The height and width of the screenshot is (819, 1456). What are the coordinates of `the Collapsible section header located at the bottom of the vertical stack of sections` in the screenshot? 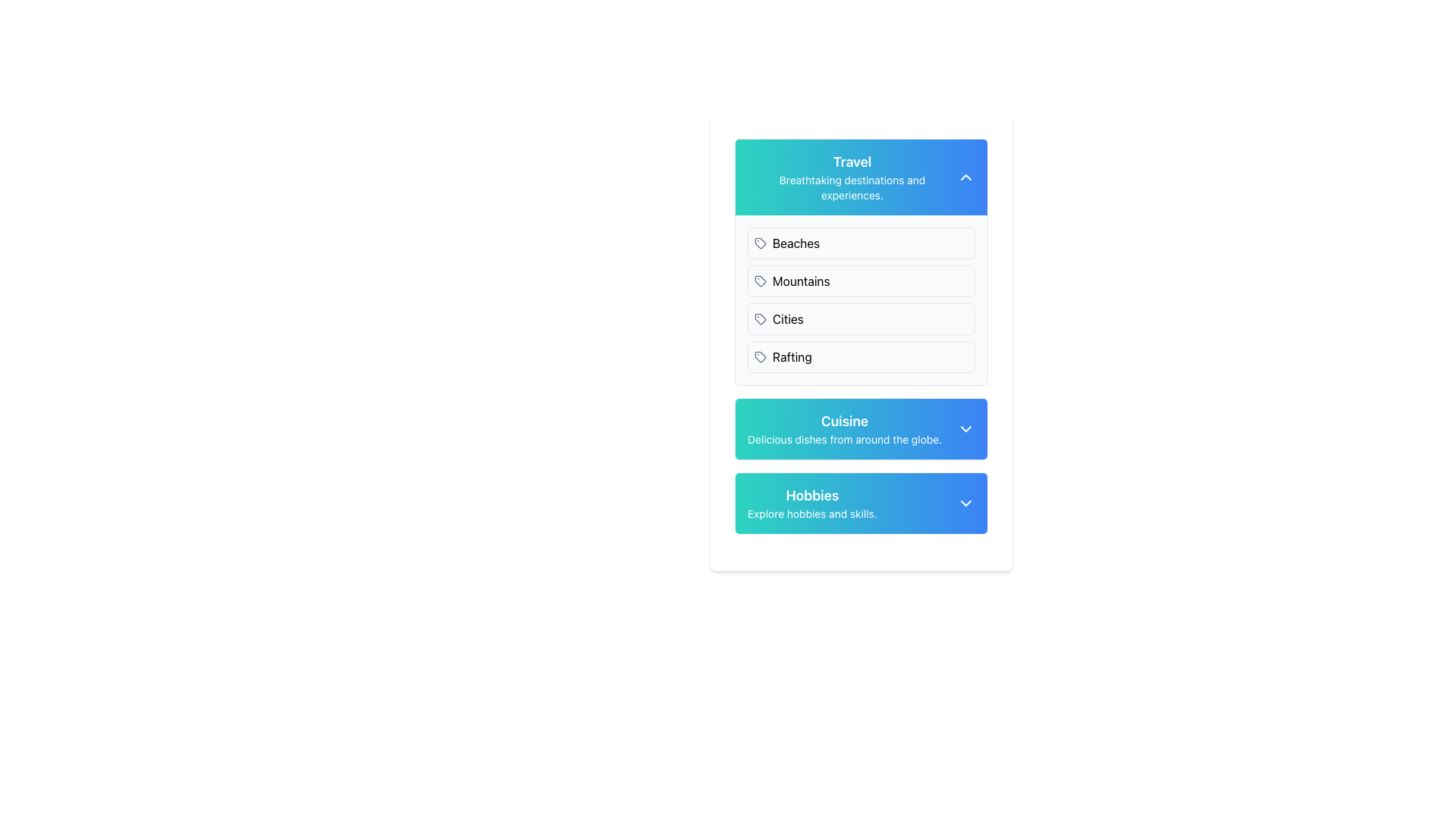 It's located at (861, 503).